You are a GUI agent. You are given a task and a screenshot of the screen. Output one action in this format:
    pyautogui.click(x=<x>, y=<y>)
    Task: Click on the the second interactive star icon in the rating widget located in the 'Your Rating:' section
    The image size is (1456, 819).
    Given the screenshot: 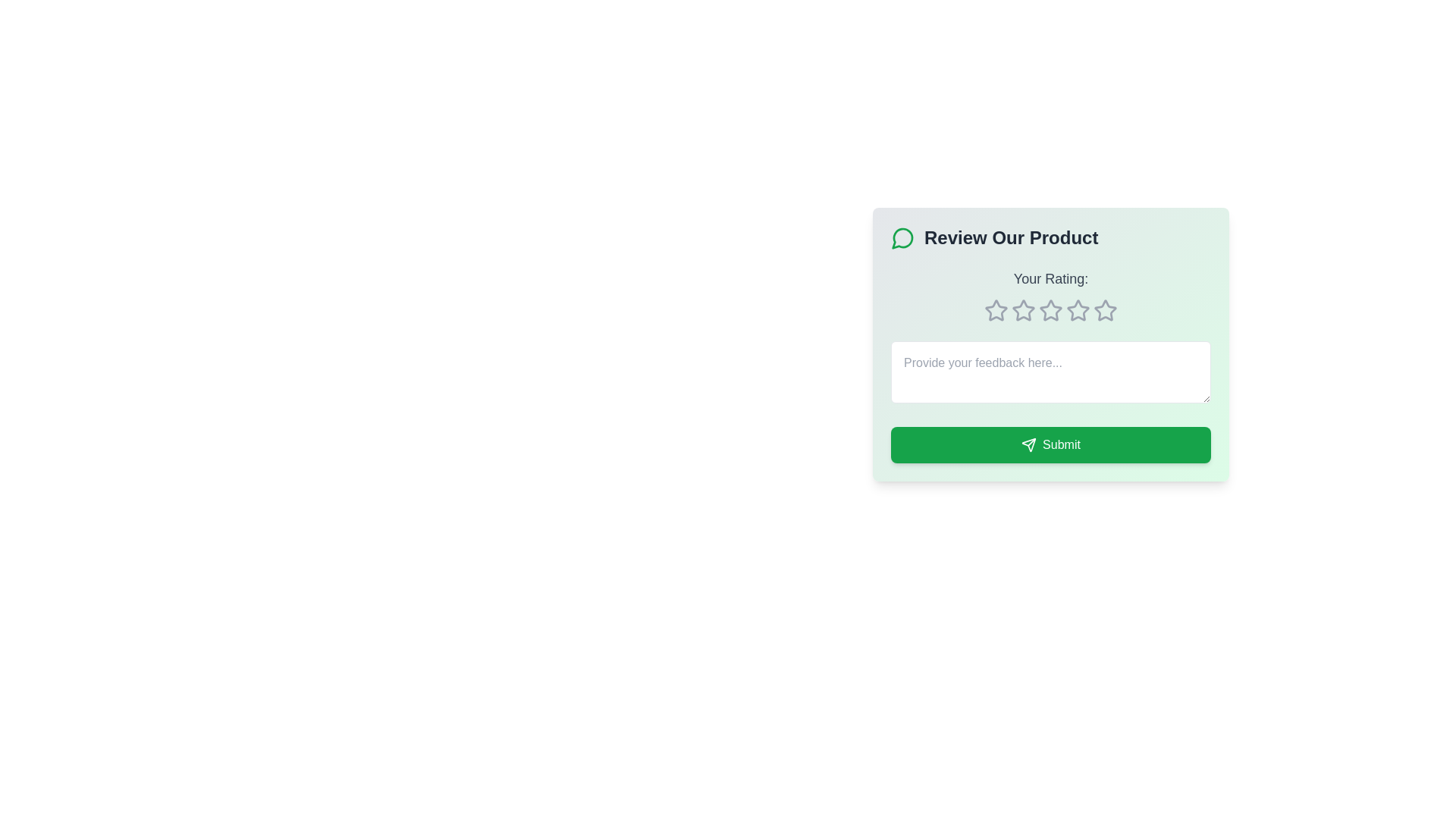 What is the action you would take?
    pyautogui.click(x=1050, y=309)
    